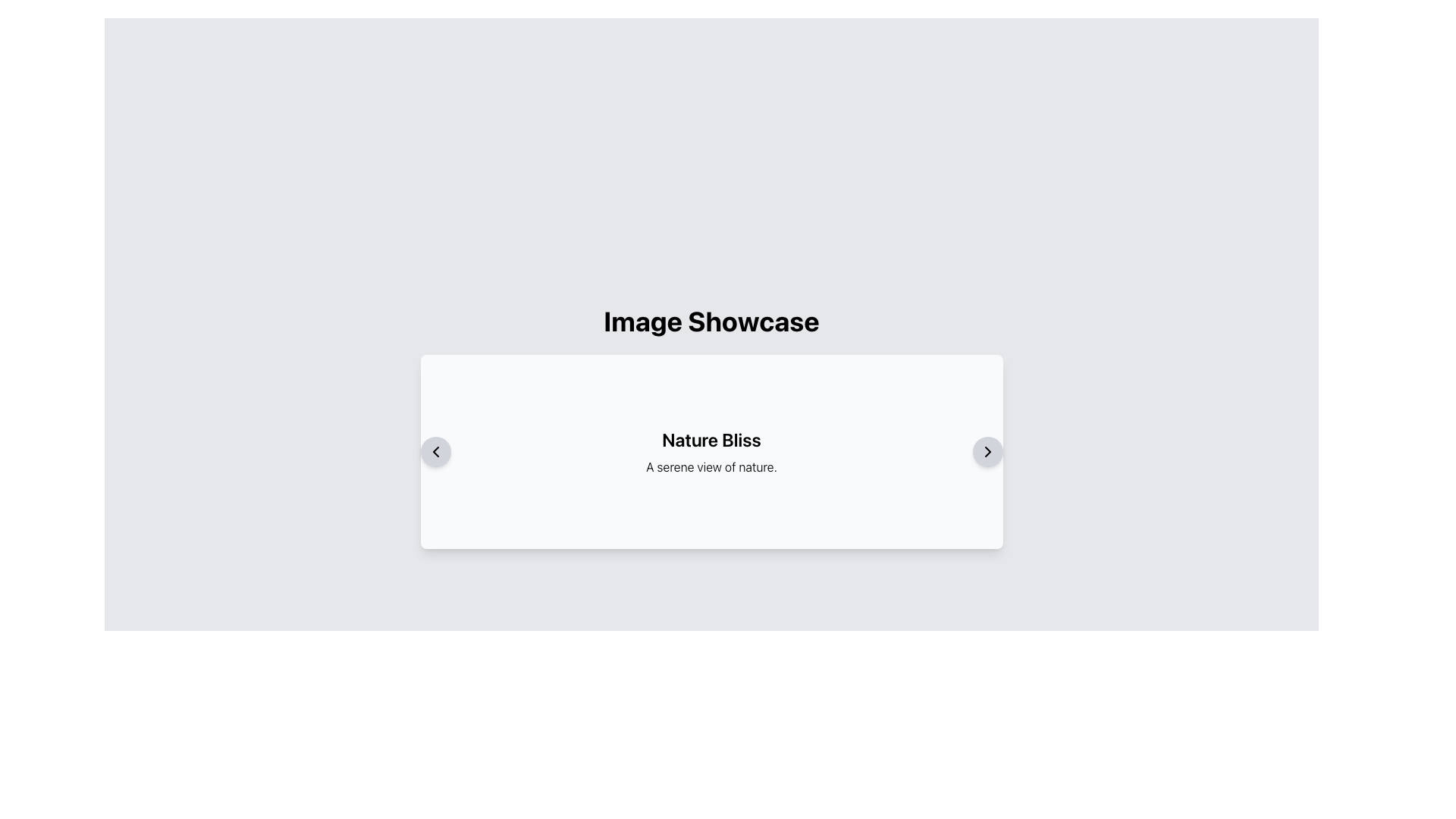 The image size is (1456, 819). I want to click on the Chevron Right Icon, which is a minimalistic right-pointing arrow, so click(987, 451).